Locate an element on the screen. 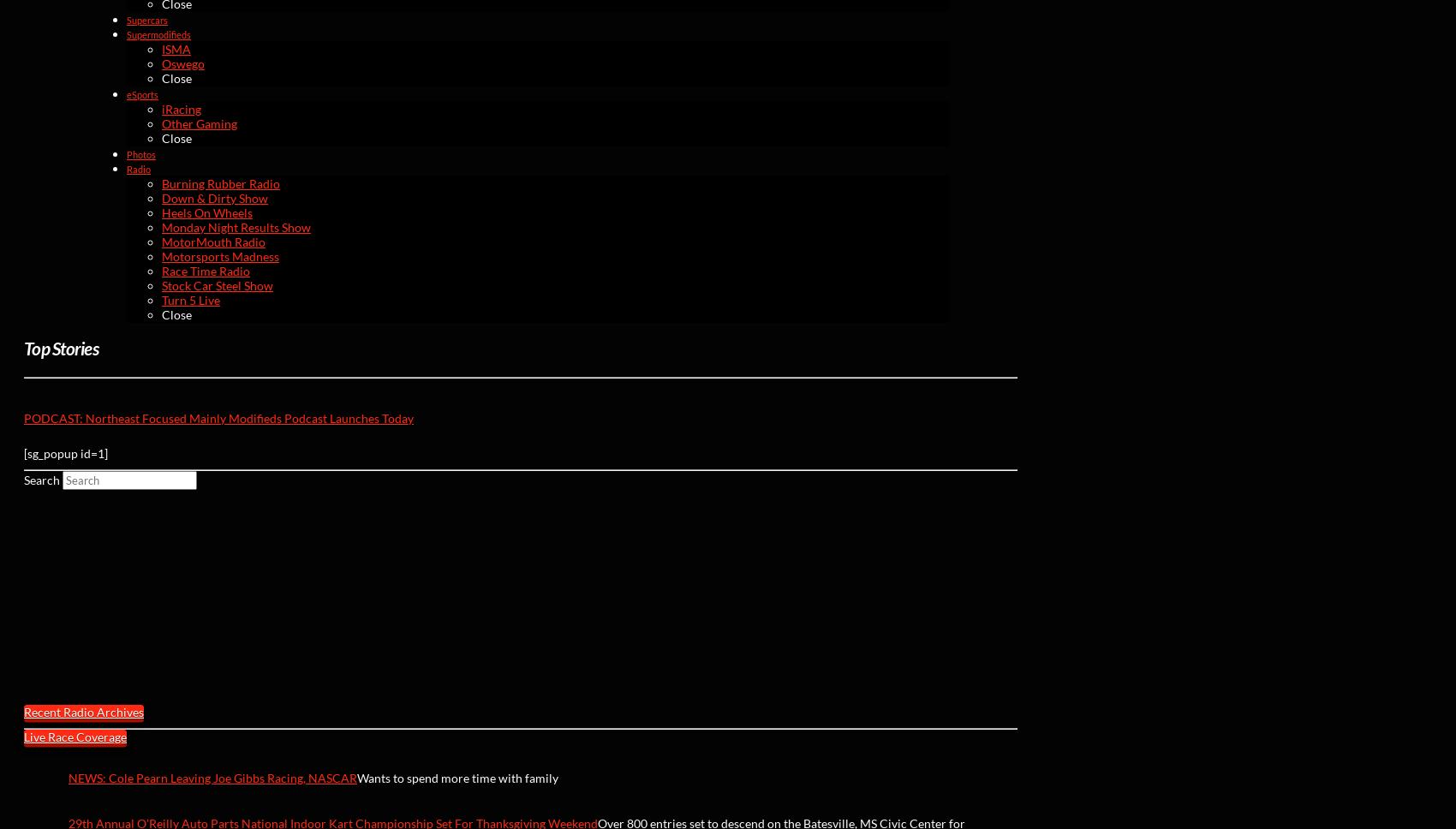 Image resolution: width=1456 pixels, height=829 pixels. 'PODCAST: Northeast Focused Mainly Modifieds Podcast Launches Today' is located at coordinates (218, 417).